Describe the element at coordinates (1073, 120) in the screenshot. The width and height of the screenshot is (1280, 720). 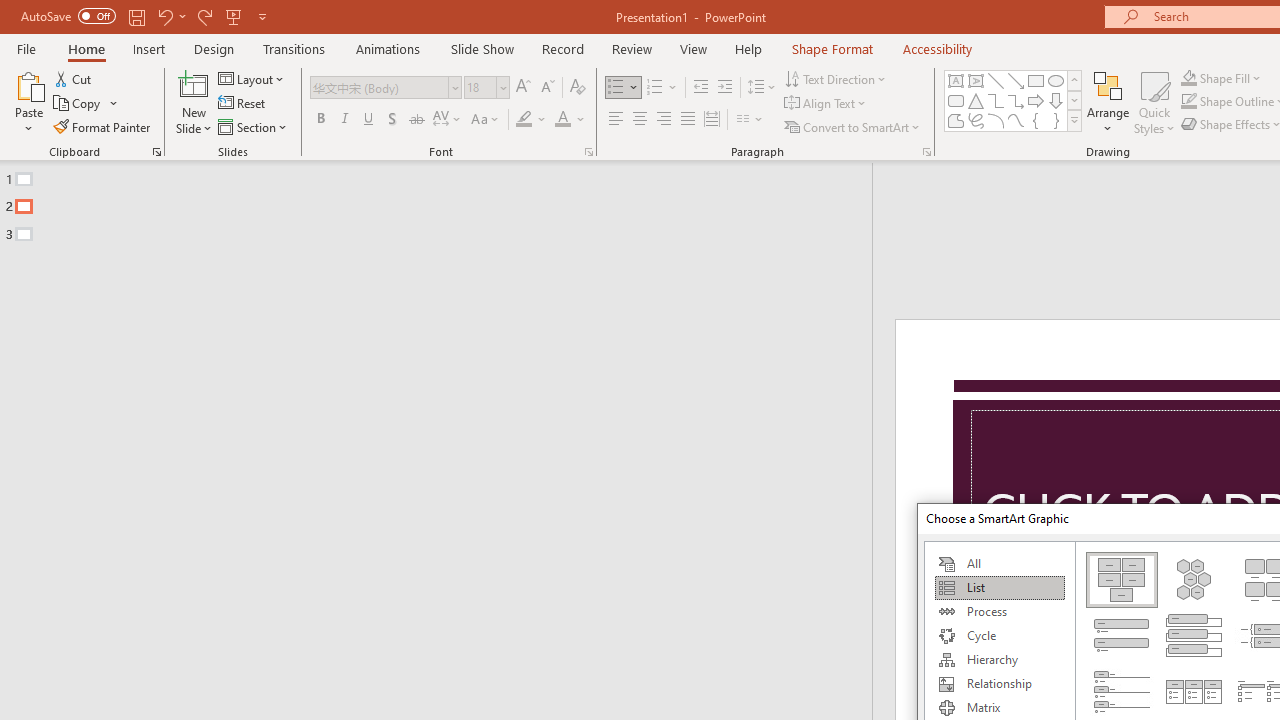
I see `'Shapes'` at that location.